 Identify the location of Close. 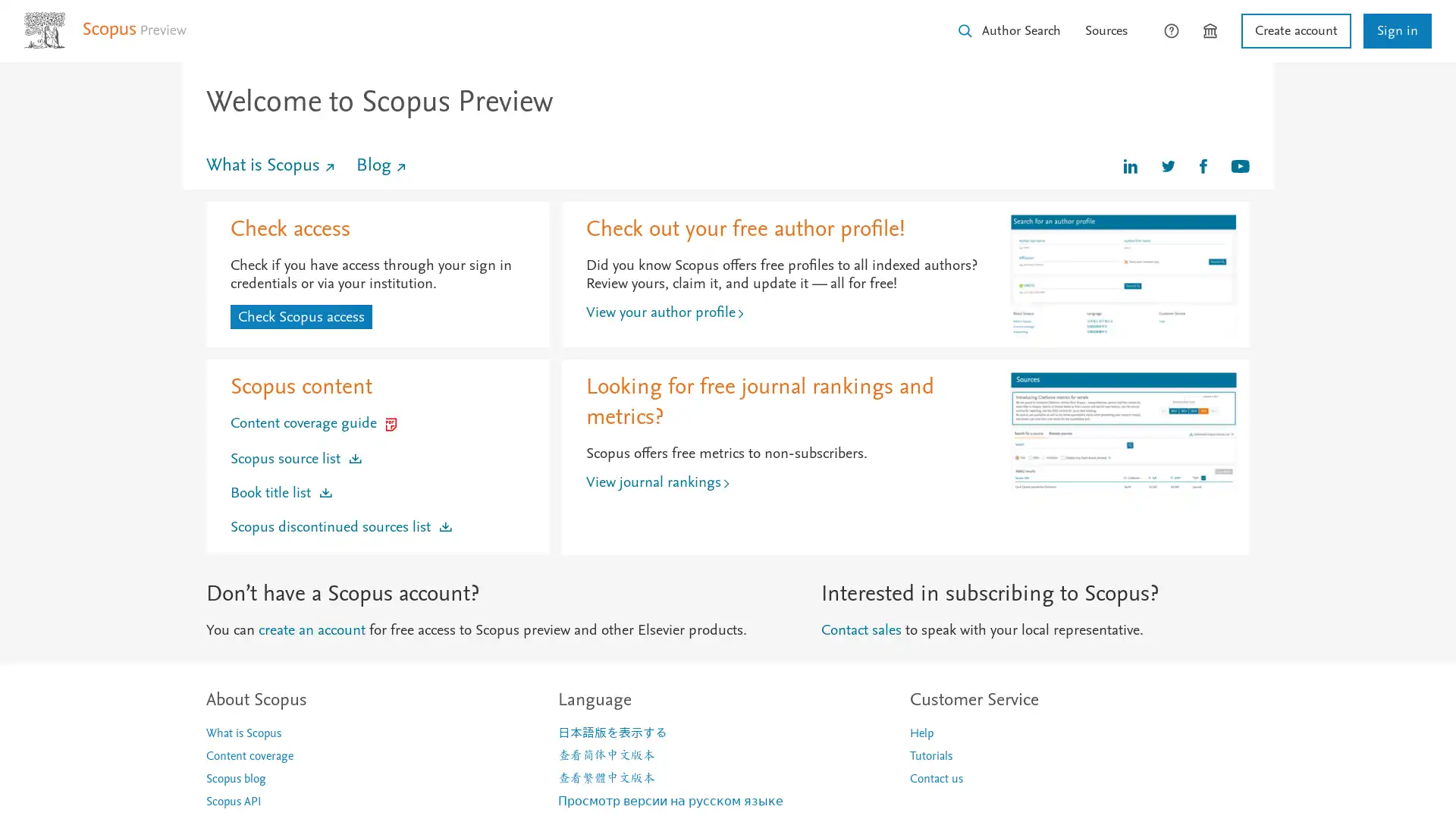
(1411, 654).